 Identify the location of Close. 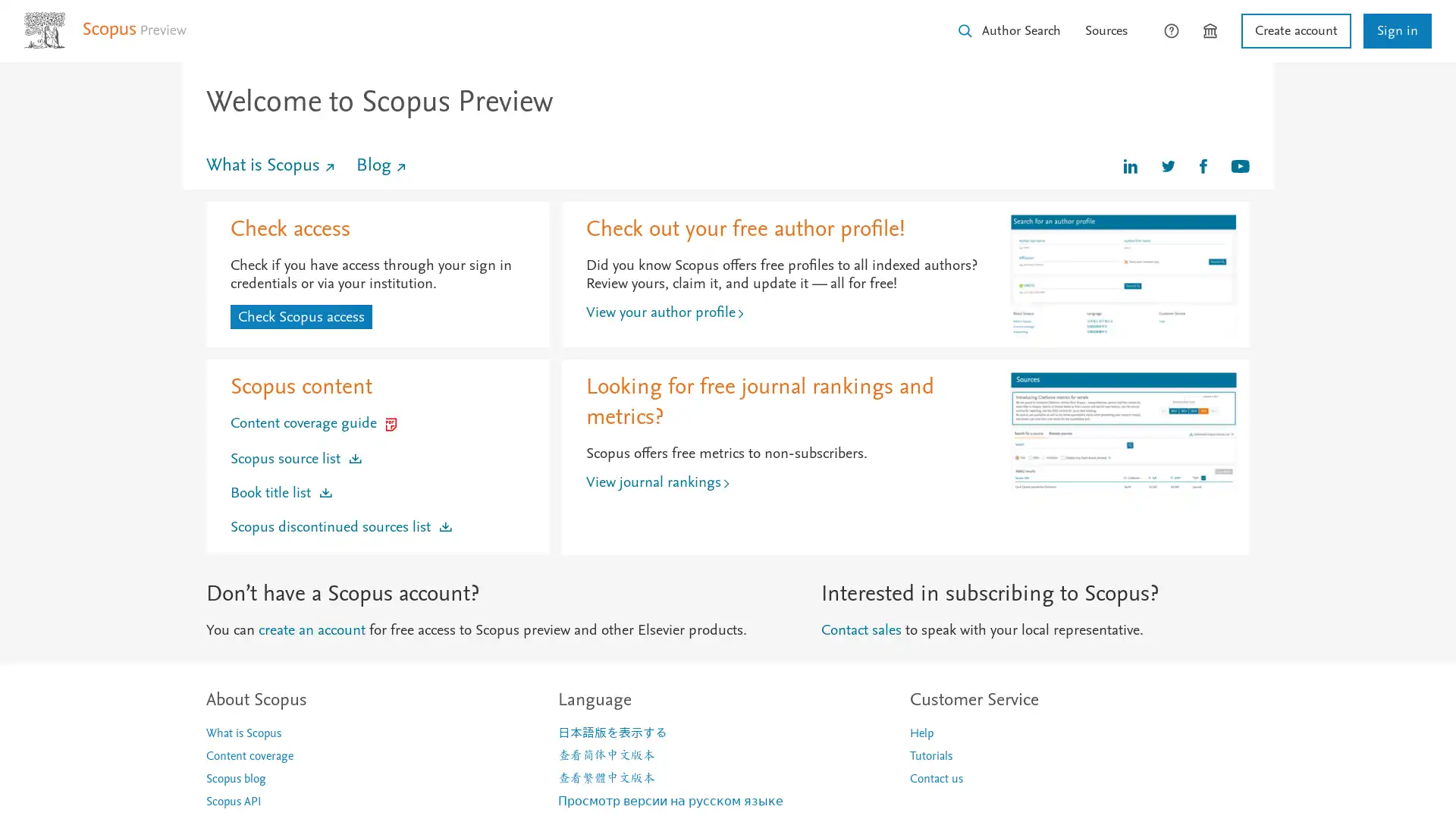
(1411, 654).